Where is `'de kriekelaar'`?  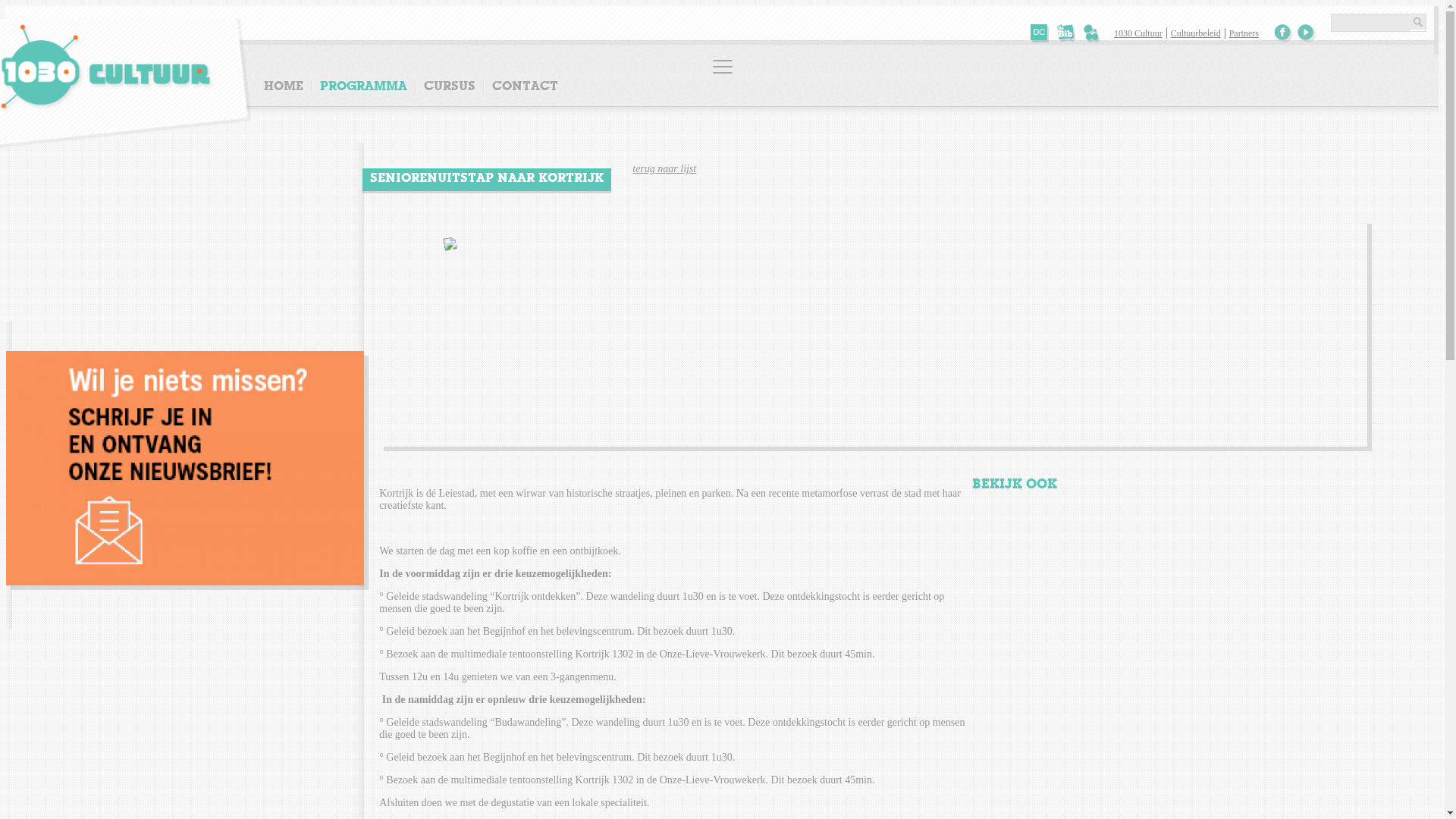 'de kriekelaar' is located at coordinates (1093, 33).